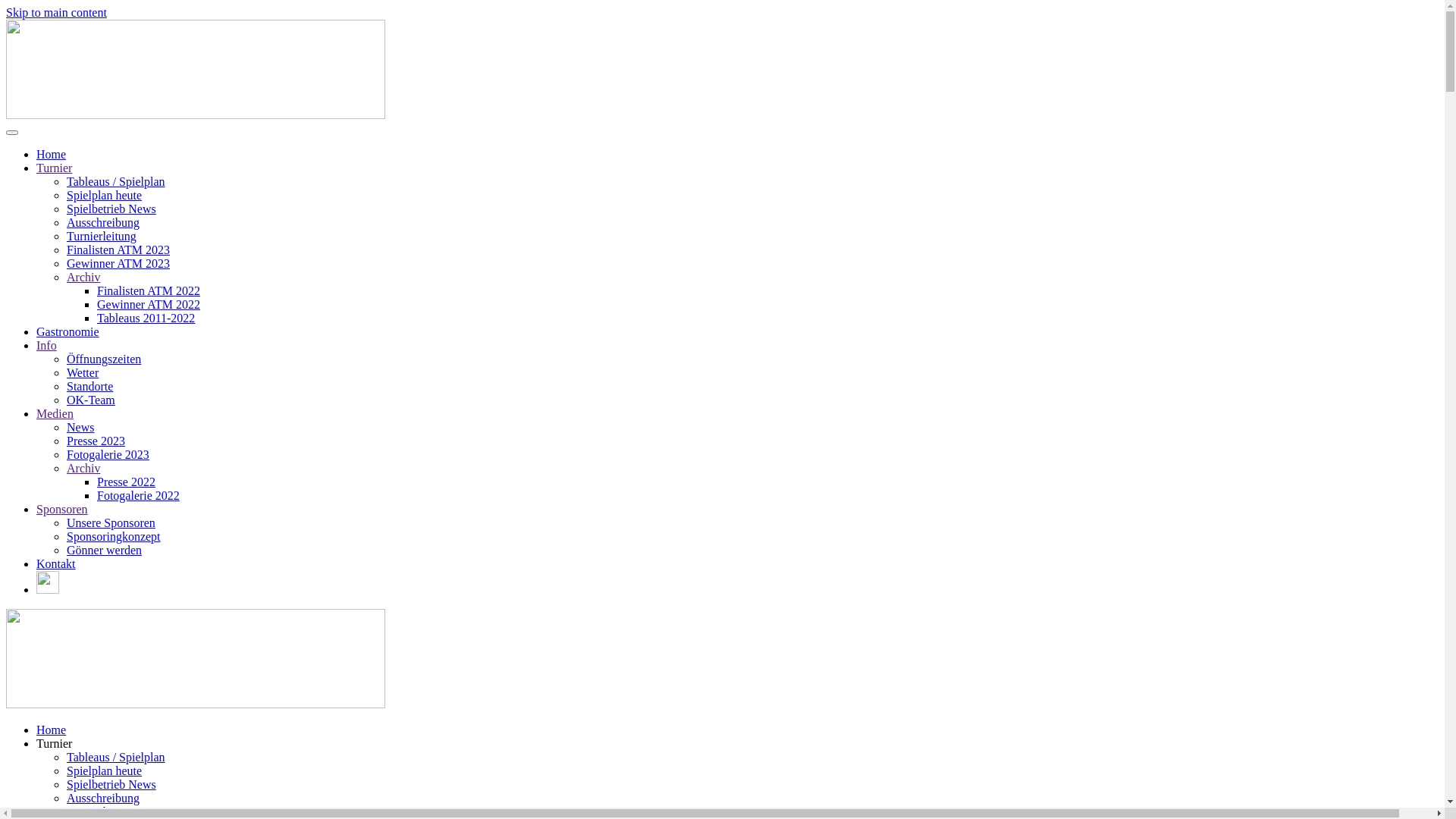 This screenshot has height=819, width=1456. Describe the element at coordinates (90, 399) in the screenshot. I see `'OK-Team'` at that location.